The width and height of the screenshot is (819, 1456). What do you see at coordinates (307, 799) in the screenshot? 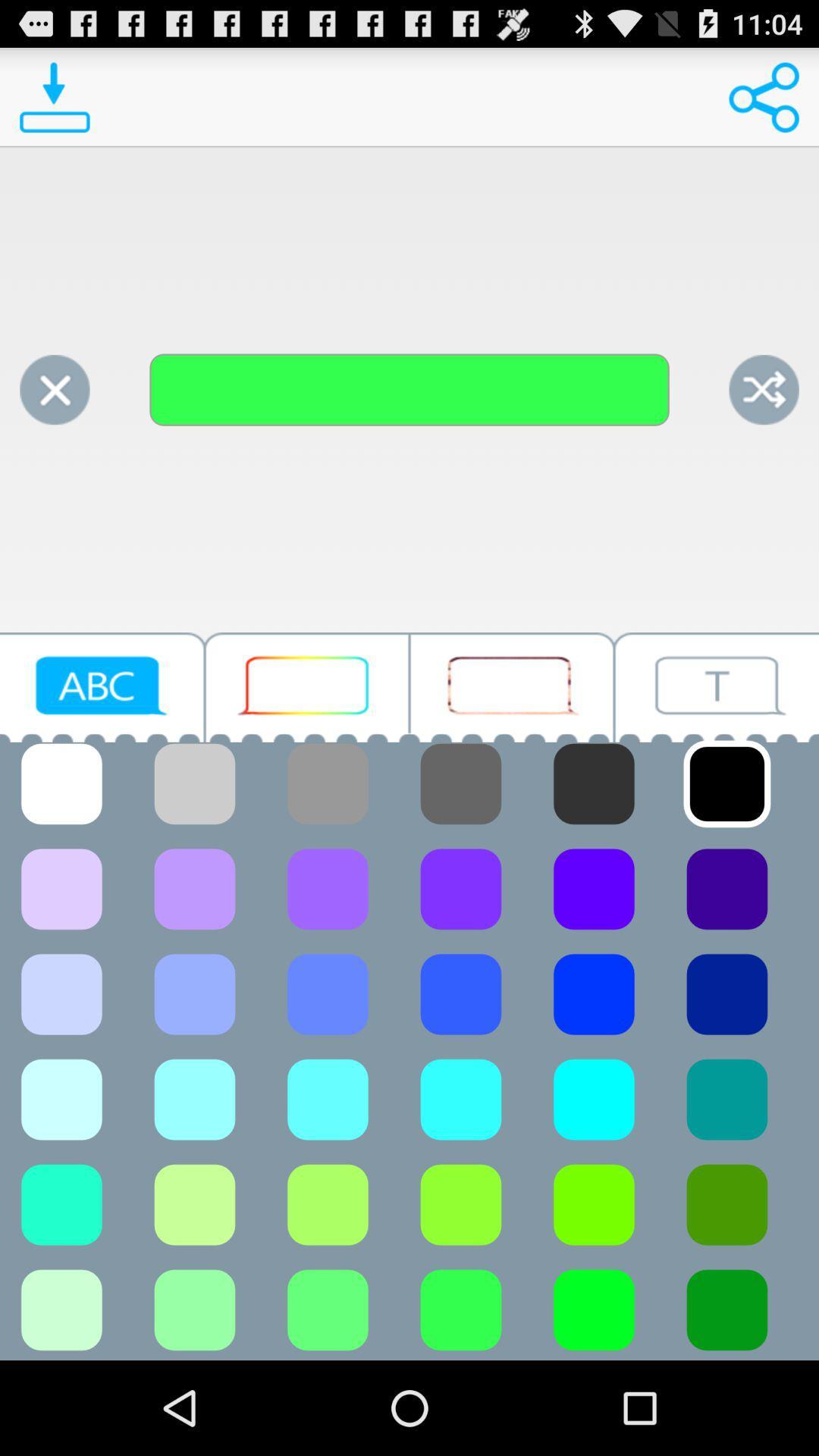
I see `the more icon` at bounding box center [307, 799].